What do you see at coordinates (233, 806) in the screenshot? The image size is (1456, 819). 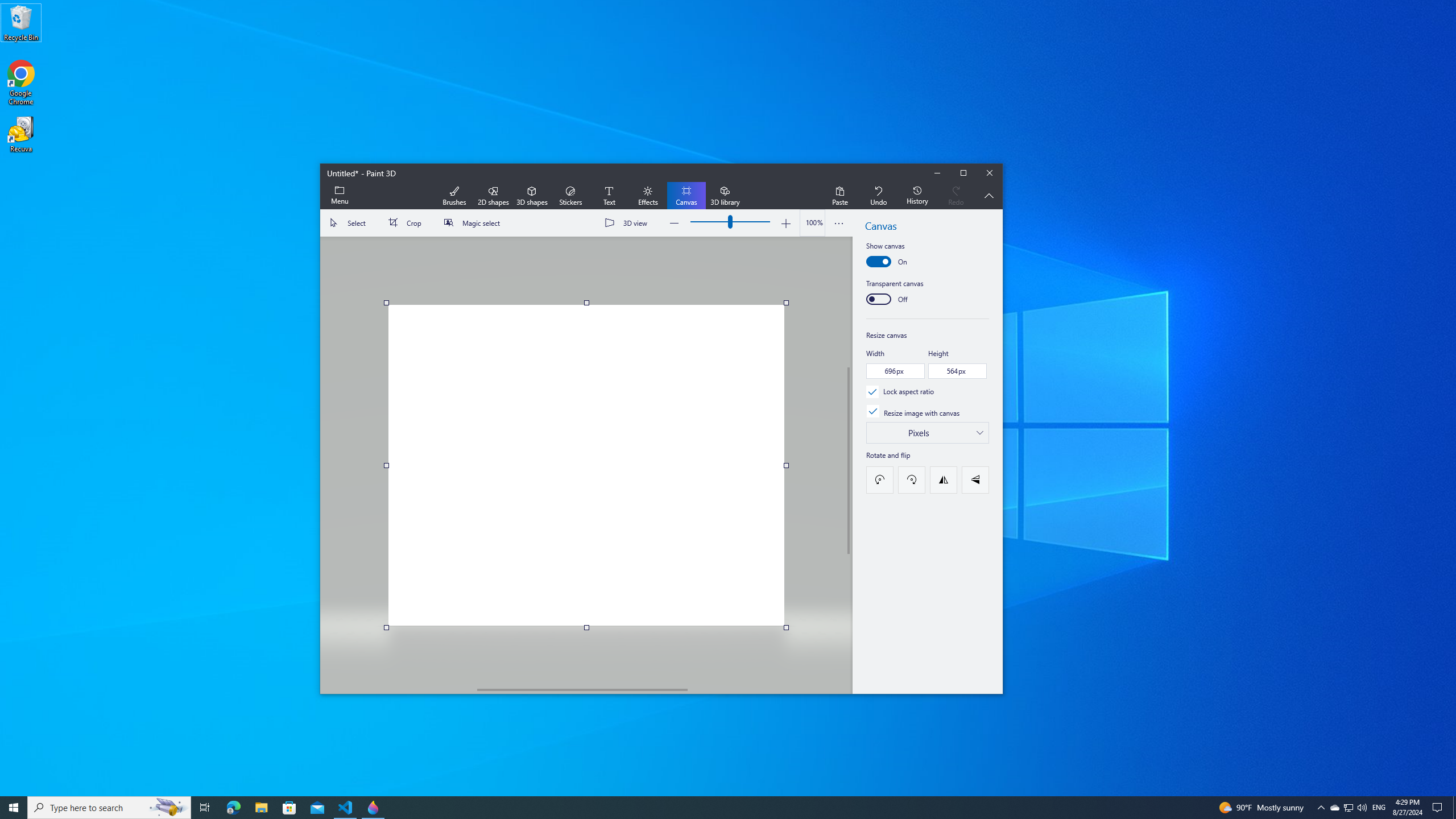 I see `'Microsoft Store'` at bounding box center [233, 806].